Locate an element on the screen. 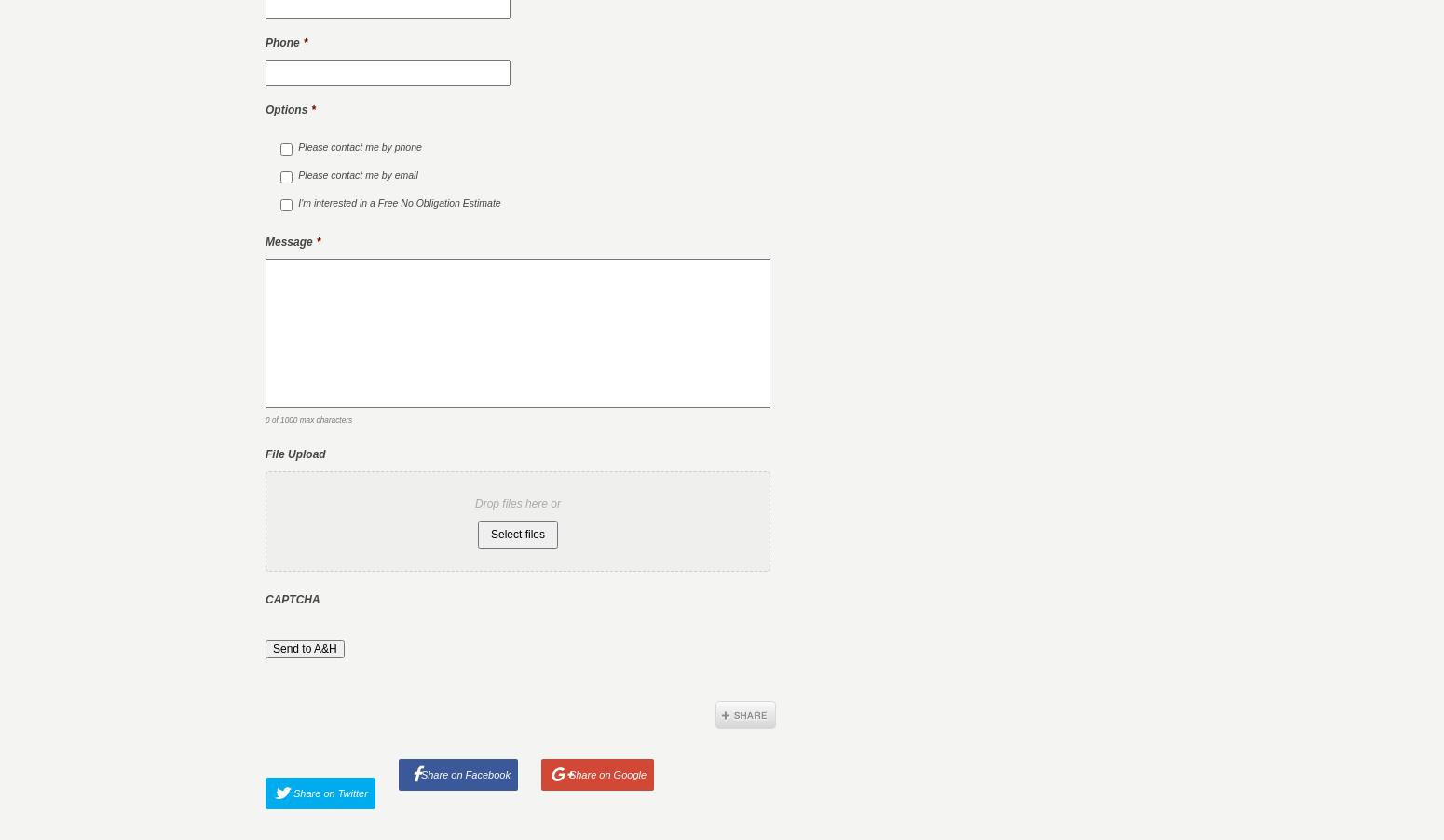  'Phone' is located at coordinates (282, 41).